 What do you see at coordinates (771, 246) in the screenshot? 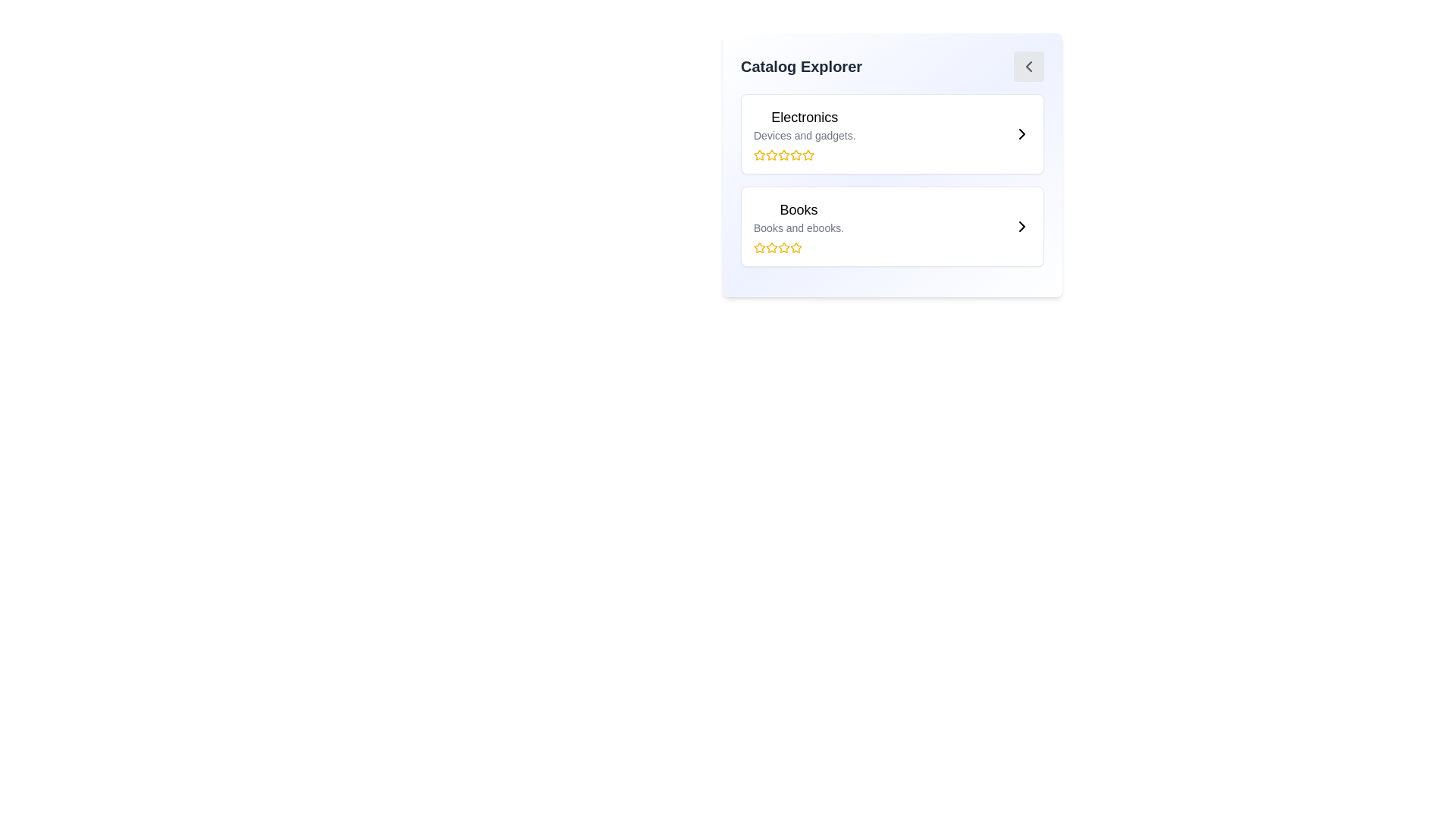
I see `the second star in the horizontal 5-star rating row below the 'Books' title to provide a rating` at bounding box center [771, 246].